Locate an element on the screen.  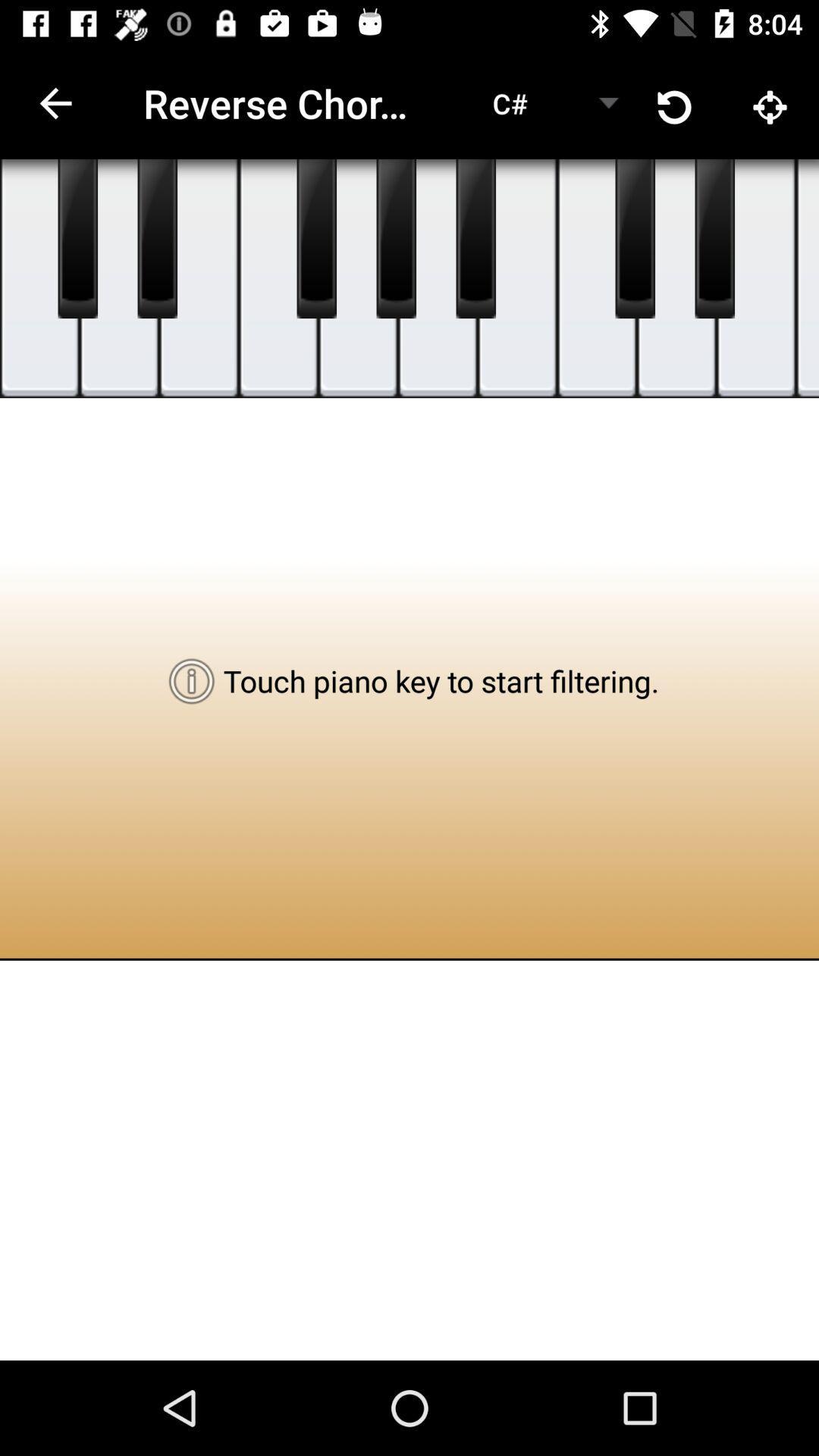
piano key is located at coordinates (516, 278).